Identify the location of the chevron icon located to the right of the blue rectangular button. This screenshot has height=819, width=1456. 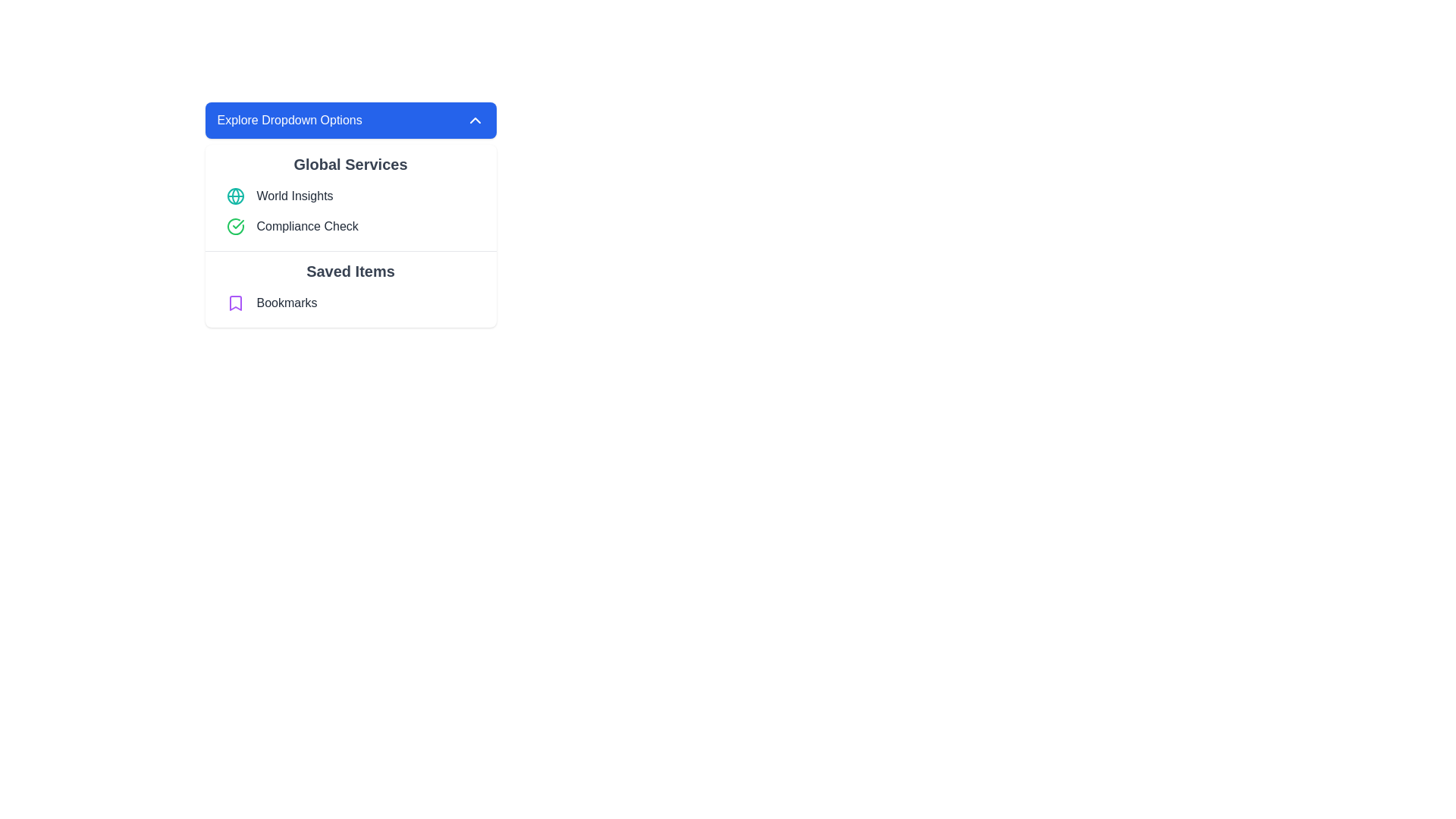
(474, 119).